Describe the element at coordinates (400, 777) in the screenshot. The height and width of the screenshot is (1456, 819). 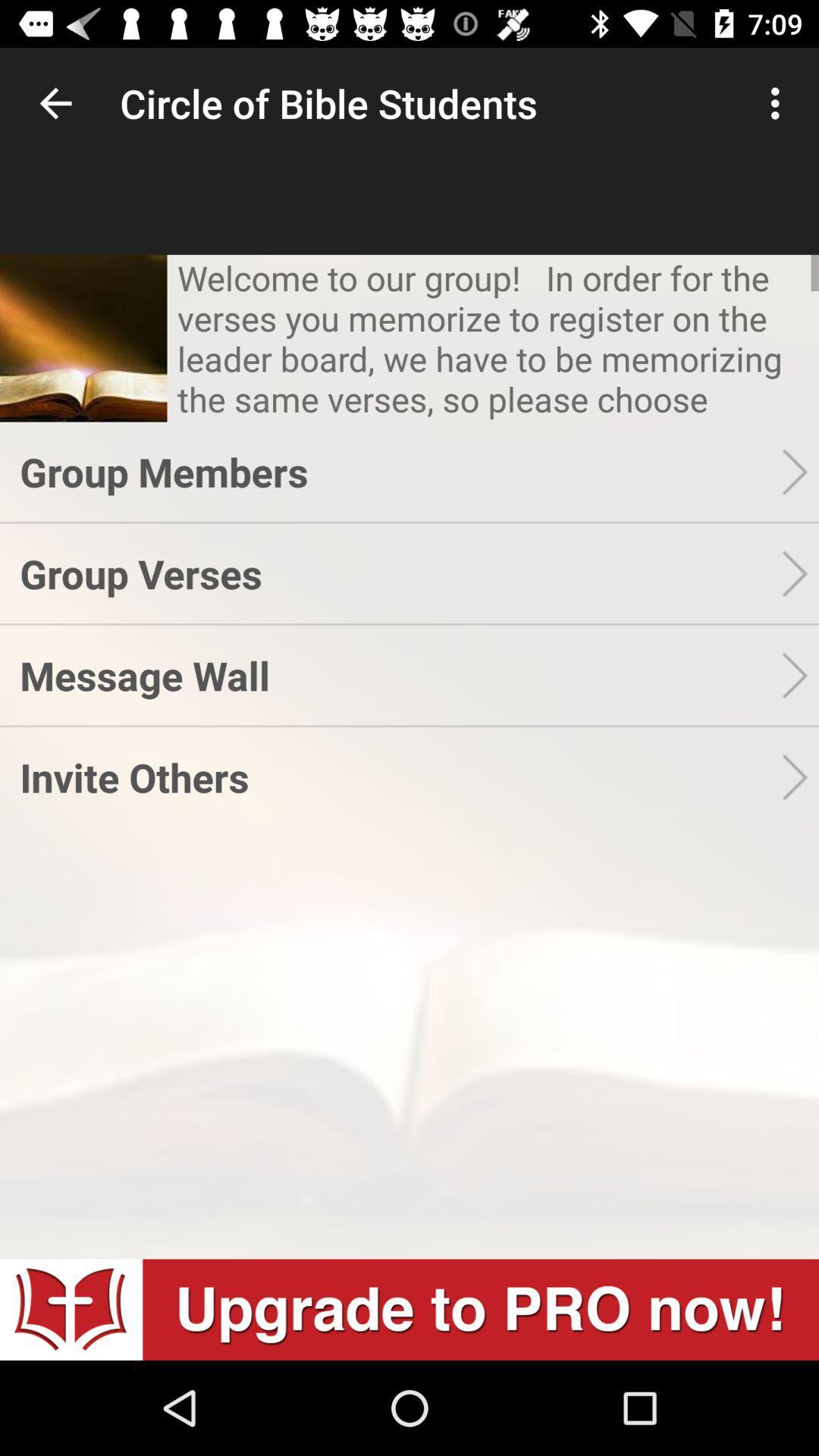
I see `invite others app` at that location.